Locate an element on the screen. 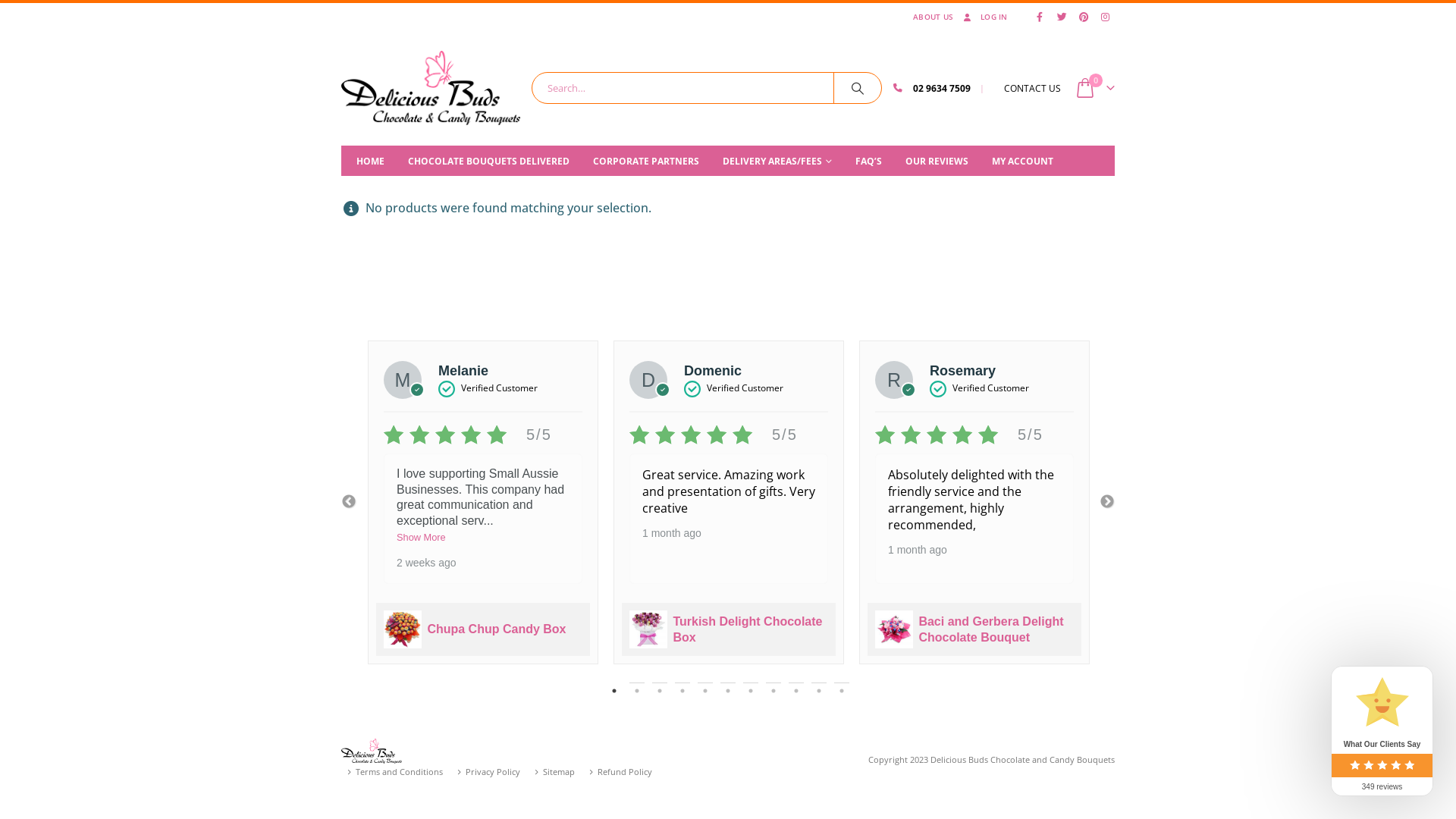 The height and width of the screenshot is (819, 1456). 'CORPORATE PARTNERS' is located at coordinates (642, 161).